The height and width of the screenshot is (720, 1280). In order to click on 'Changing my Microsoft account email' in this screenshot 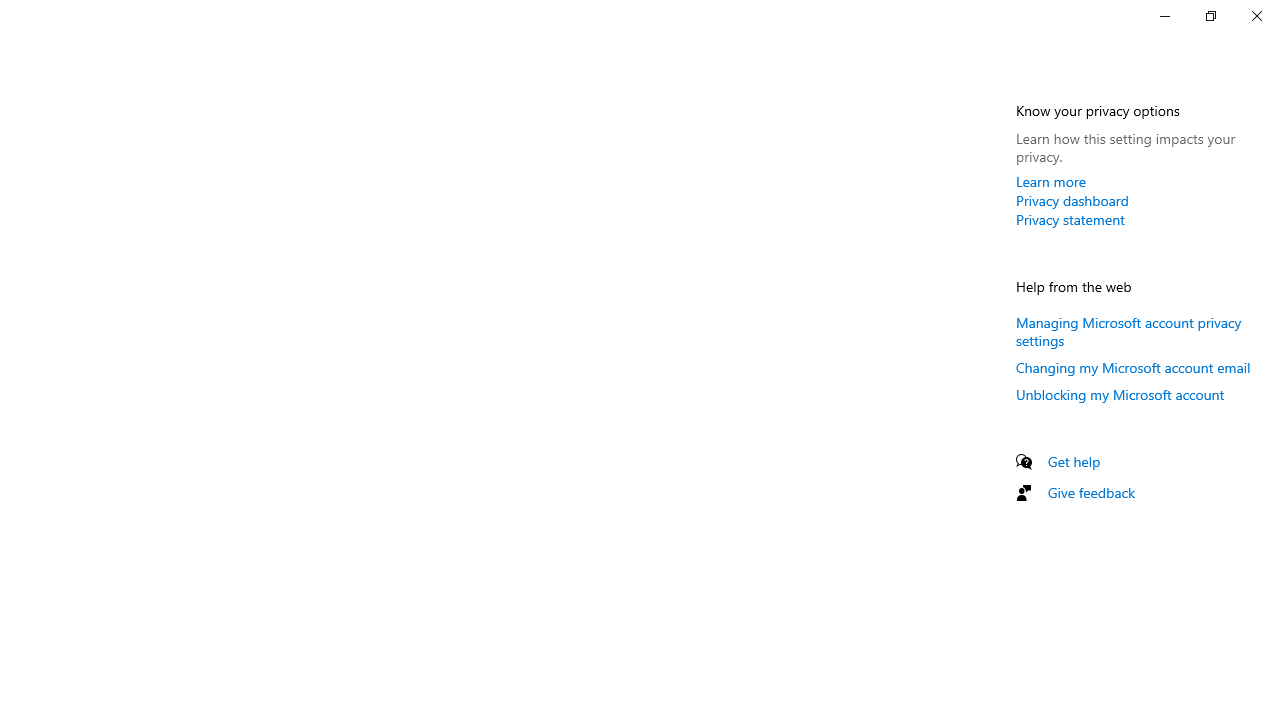, I will do `click(1133, 367)`.